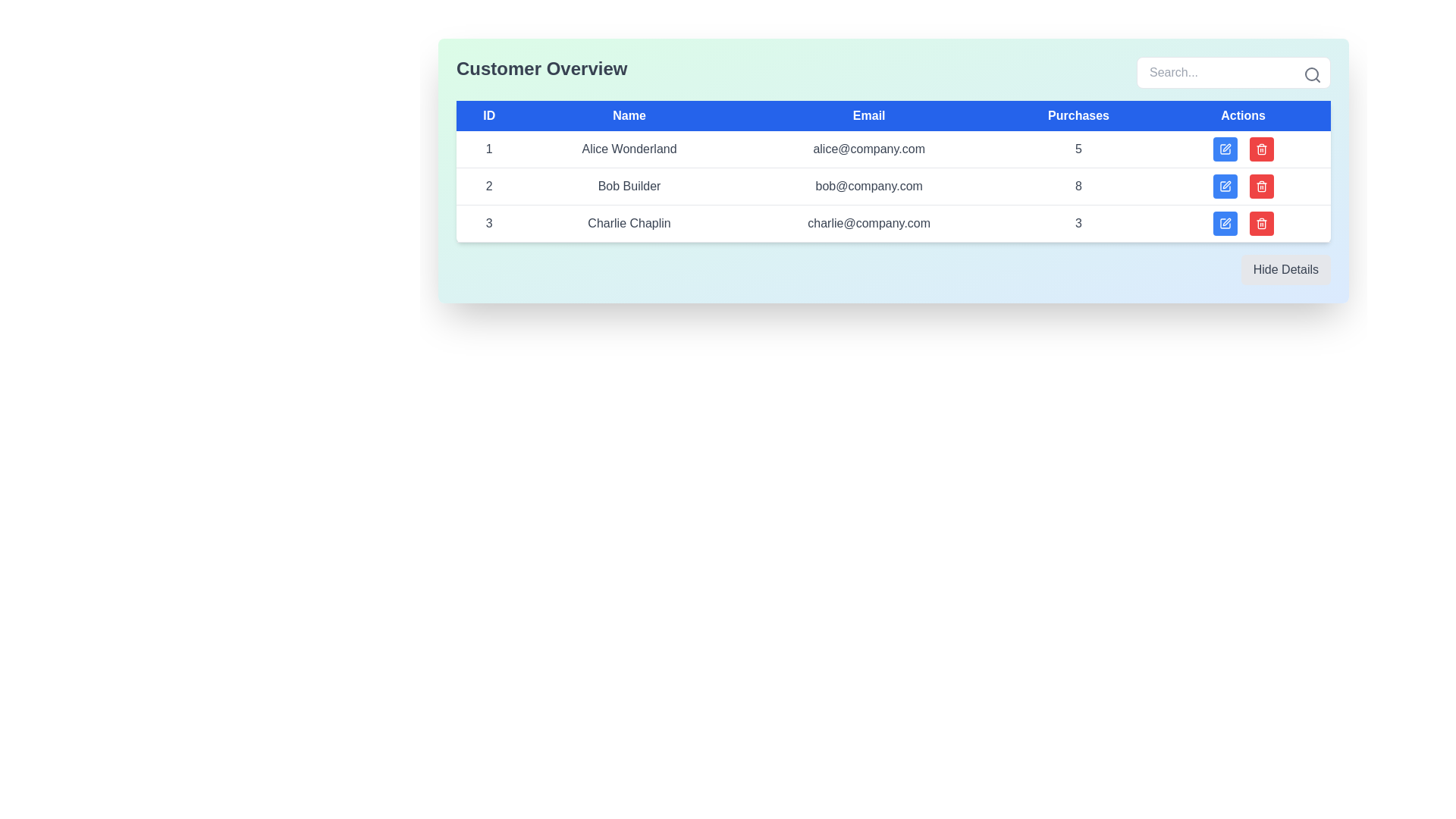 Image resolution: width=1456 pixels, height=819 pixels. I want to click on the decorative icon part of the trash bin located in the 'Actions' column of the last row in the table, so click(1261, 187).